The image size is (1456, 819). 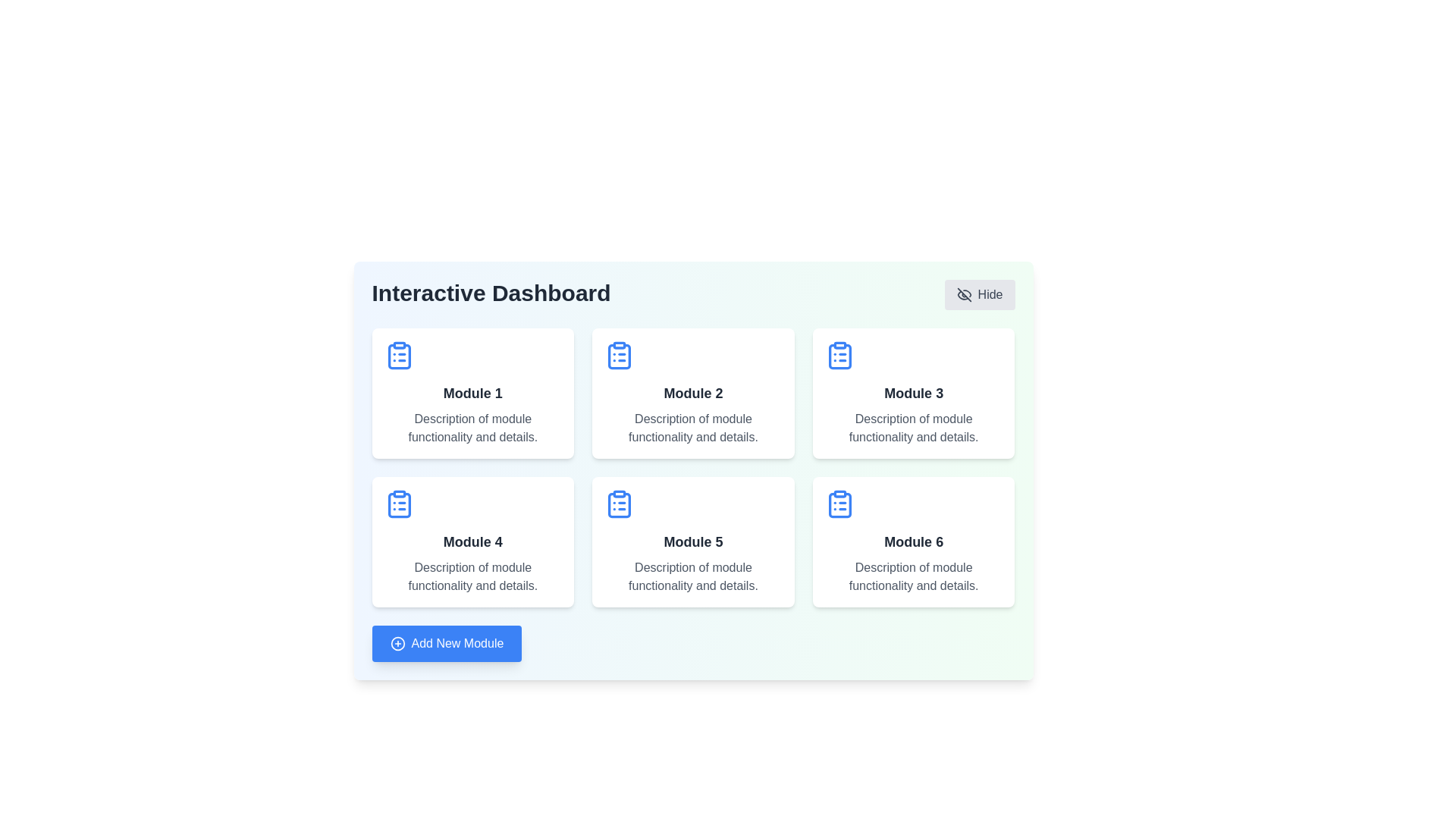 I want to click on the clipboard icon located in the fifth module card of the second row, directly above the text 'Module 5', so click(x=620, y=505).